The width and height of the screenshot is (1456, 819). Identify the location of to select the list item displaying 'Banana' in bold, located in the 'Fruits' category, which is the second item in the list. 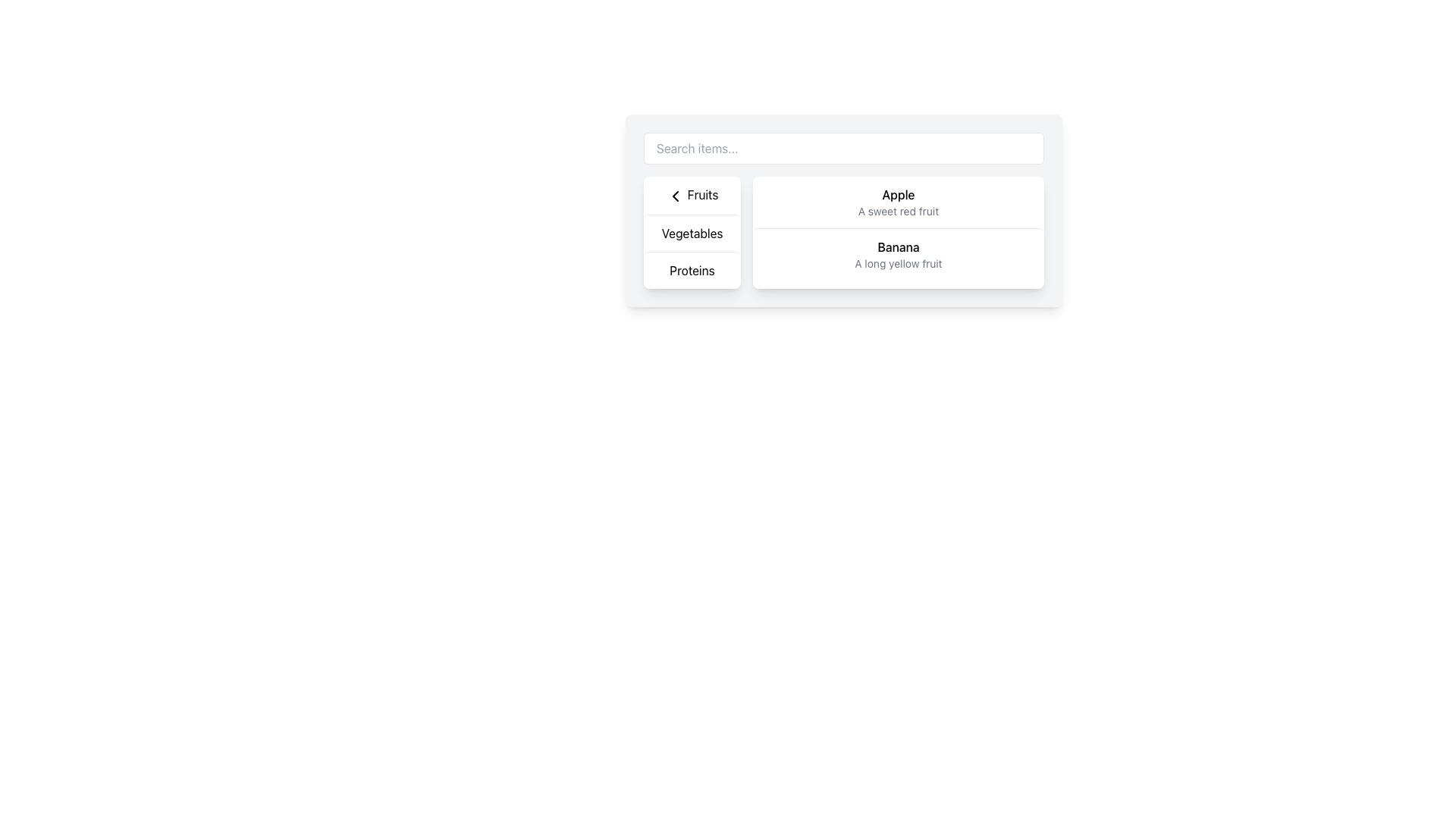
(899, 253).